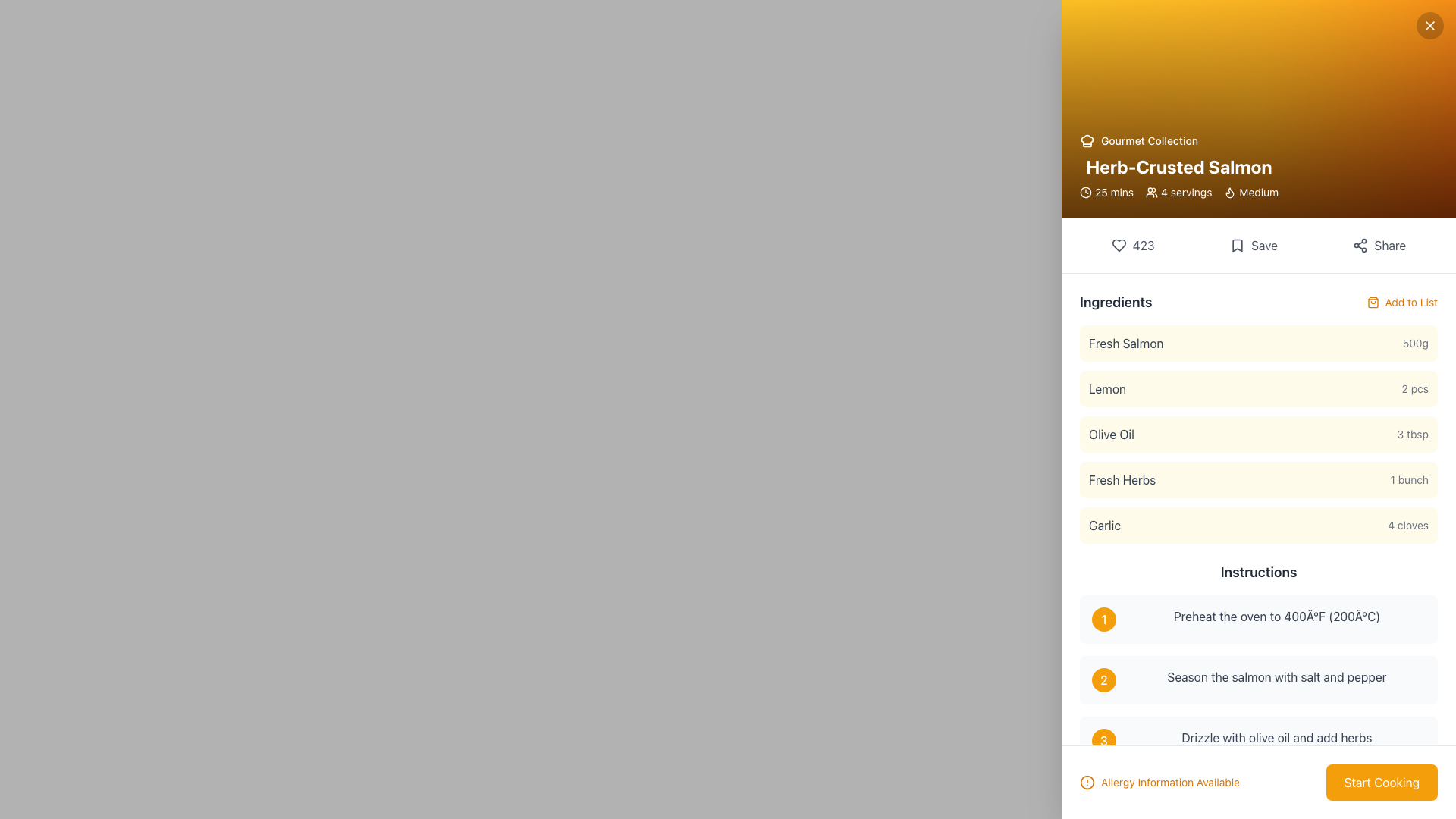 The width and height of the screenshot is (1456, 819). Describe the element at coordinates (1178, 192) in the screenshot. I see `displayed information from the informational display component located below the title 'Herb-Crusted Salmon', showing preparation time, servings count, and difficulty level` at that location.